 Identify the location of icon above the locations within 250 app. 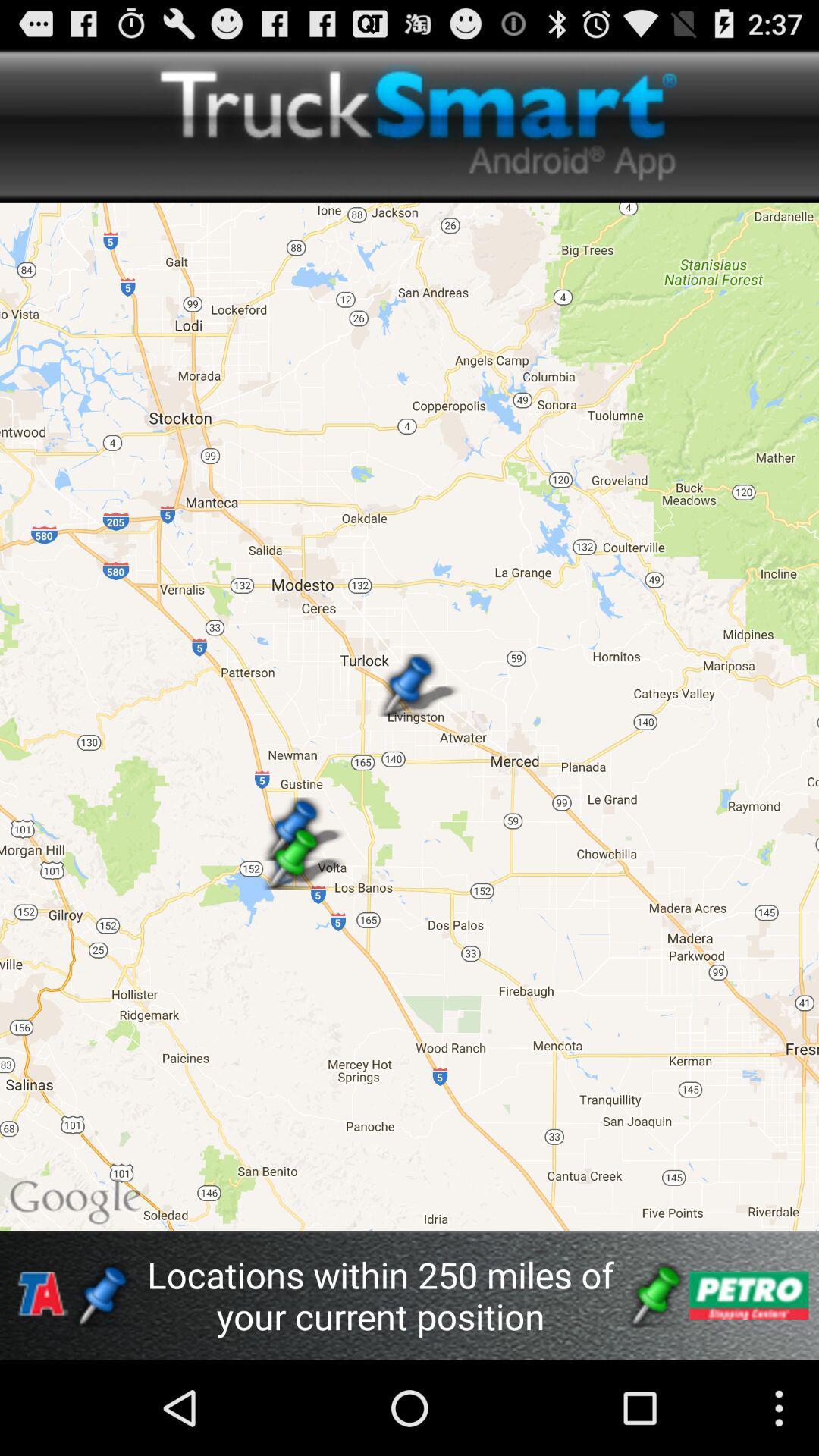
(409, 716).